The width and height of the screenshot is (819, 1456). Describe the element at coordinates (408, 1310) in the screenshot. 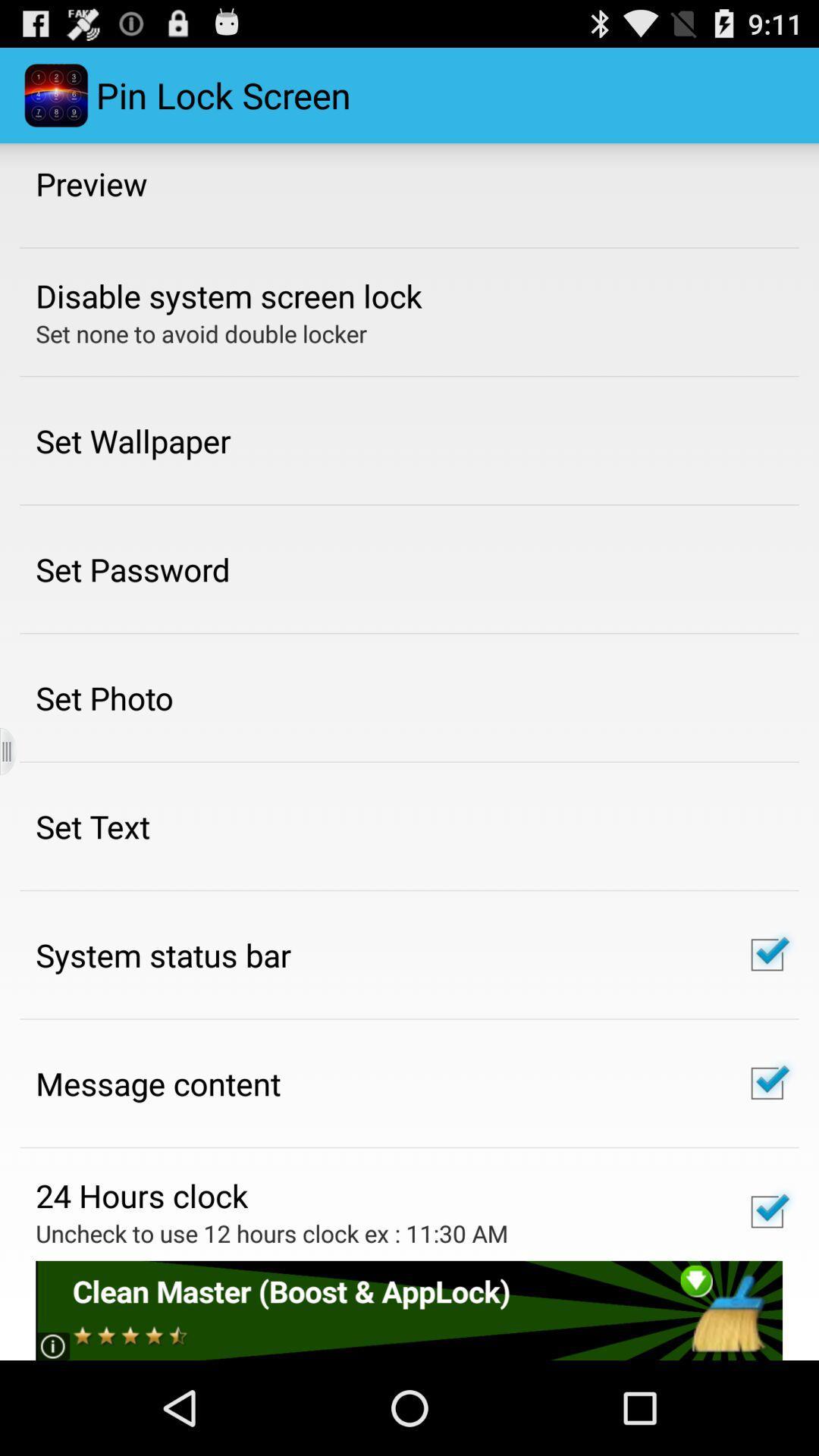

I see `share articlee` at that location.